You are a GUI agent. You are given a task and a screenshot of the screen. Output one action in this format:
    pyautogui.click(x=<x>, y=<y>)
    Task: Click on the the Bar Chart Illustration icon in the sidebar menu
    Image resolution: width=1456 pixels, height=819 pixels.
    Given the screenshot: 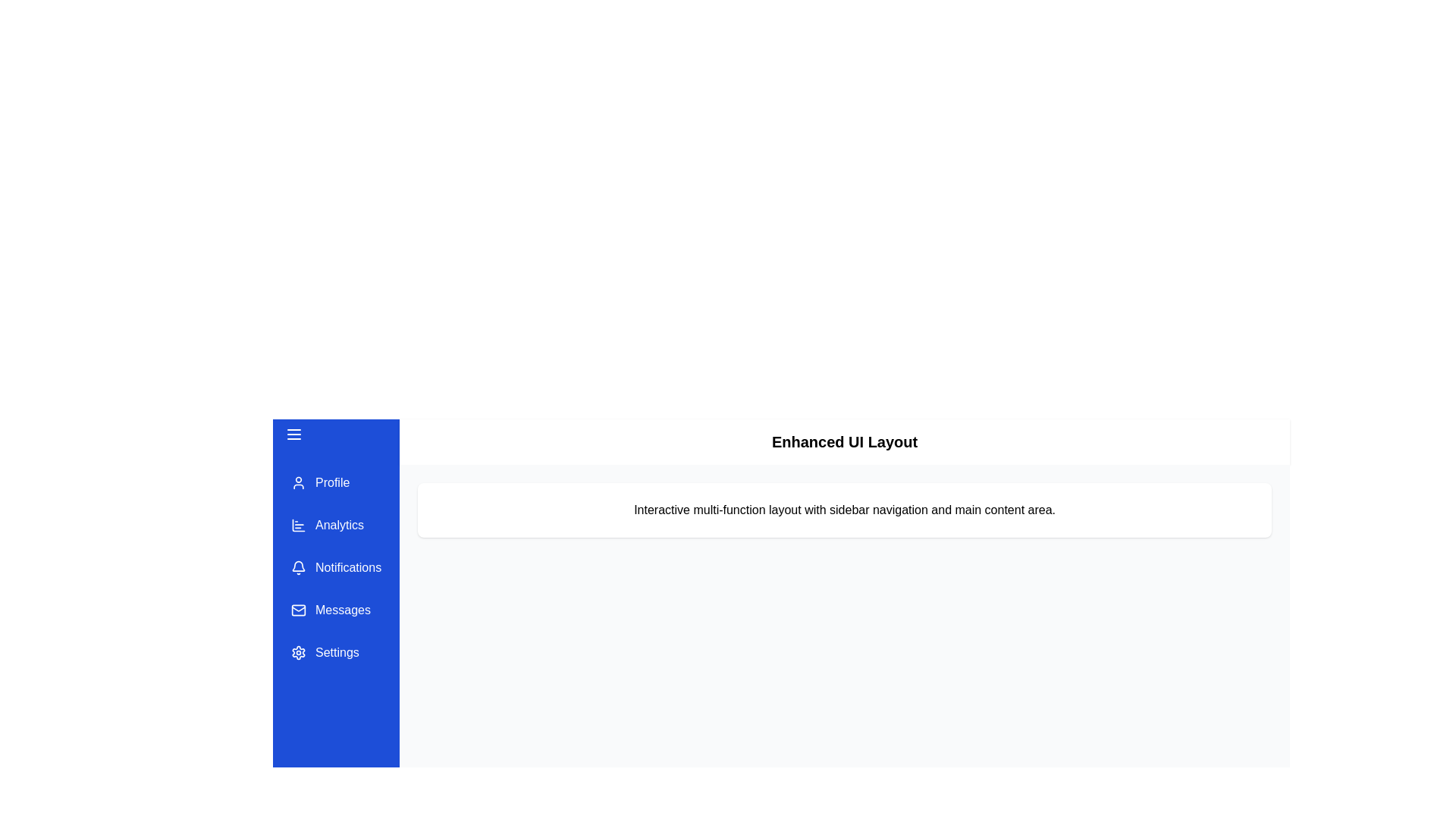 What is the action you would take?
    pyautogui.click(x=298, y=525)
    